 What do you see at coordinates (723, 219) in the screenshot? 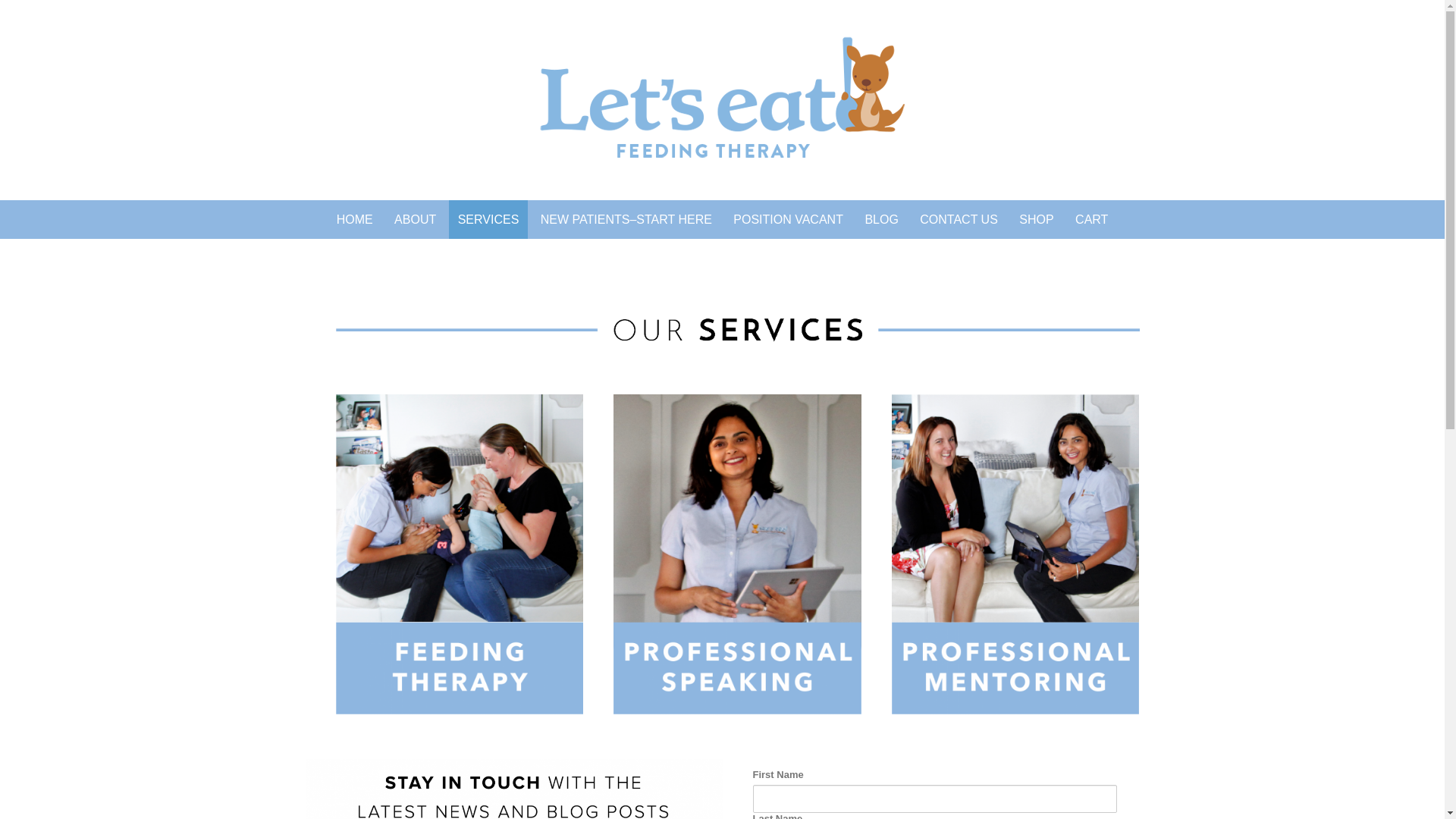
I see `'POSITION VACANT'` at bounding box center [723, 219].